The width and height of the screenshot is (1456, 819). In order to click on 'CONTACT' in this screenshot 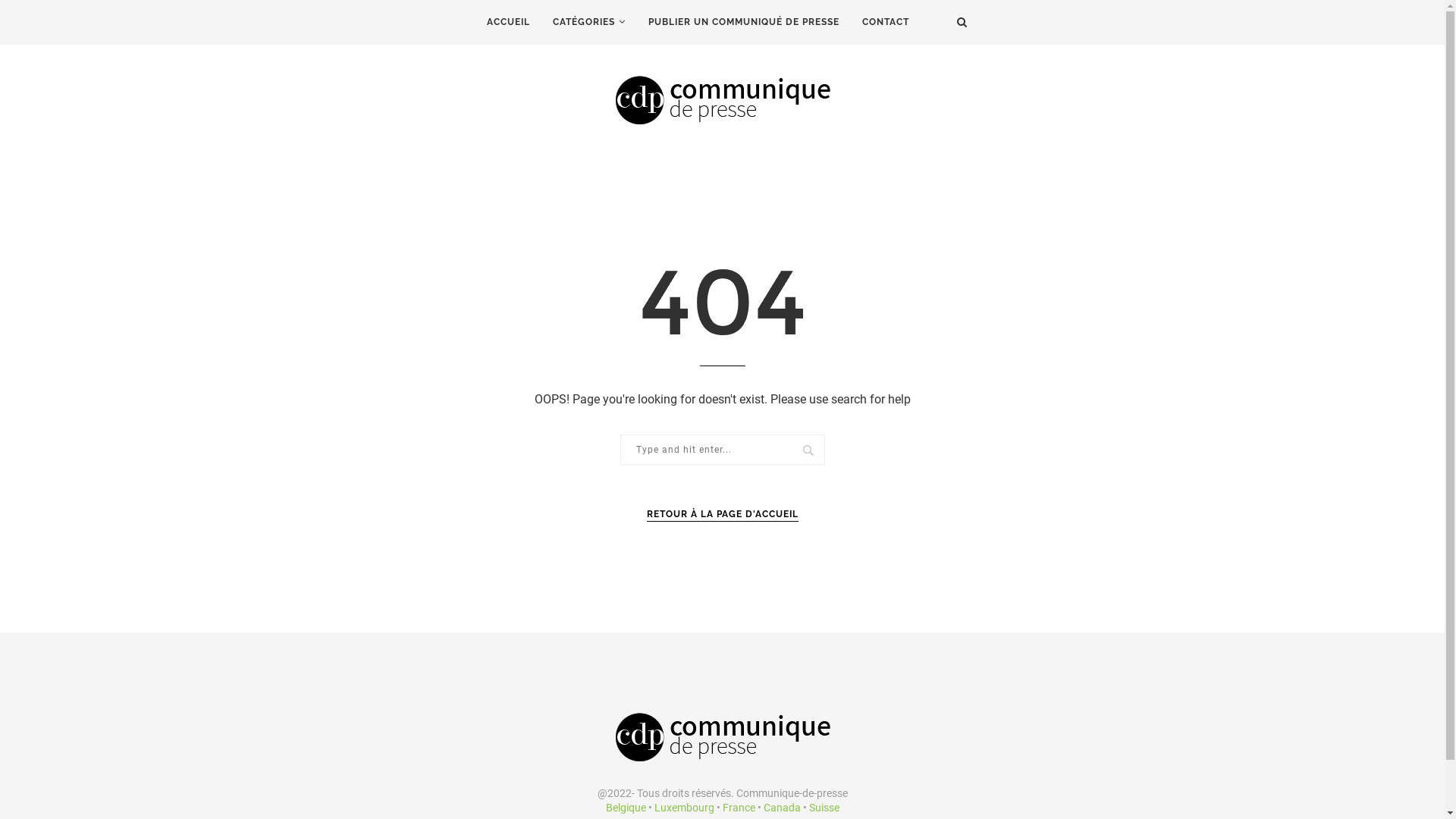, I will do `click(885, 22)`.